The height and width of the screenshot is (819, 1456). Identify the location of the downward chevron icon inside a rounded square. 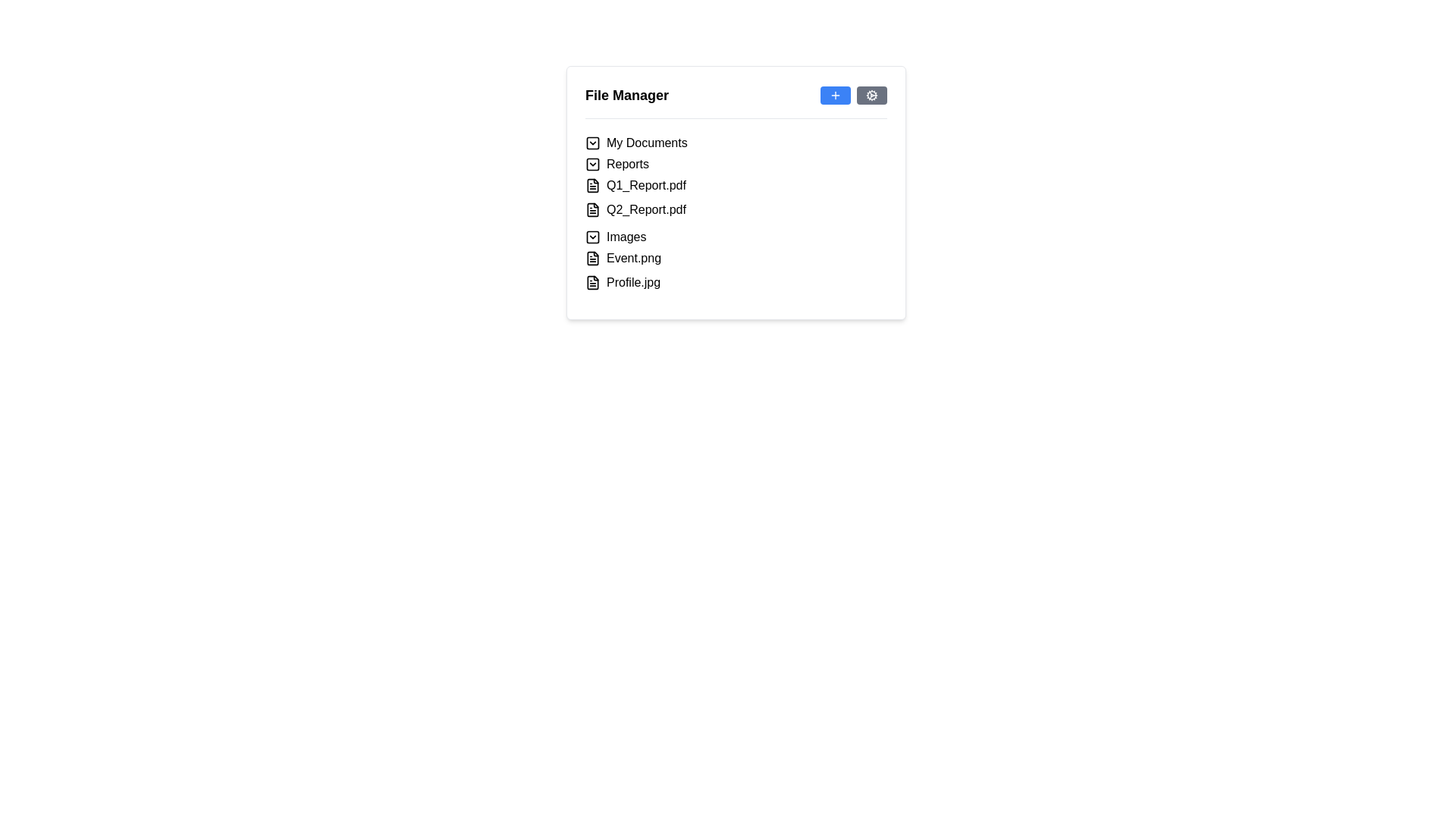
(592, 143).